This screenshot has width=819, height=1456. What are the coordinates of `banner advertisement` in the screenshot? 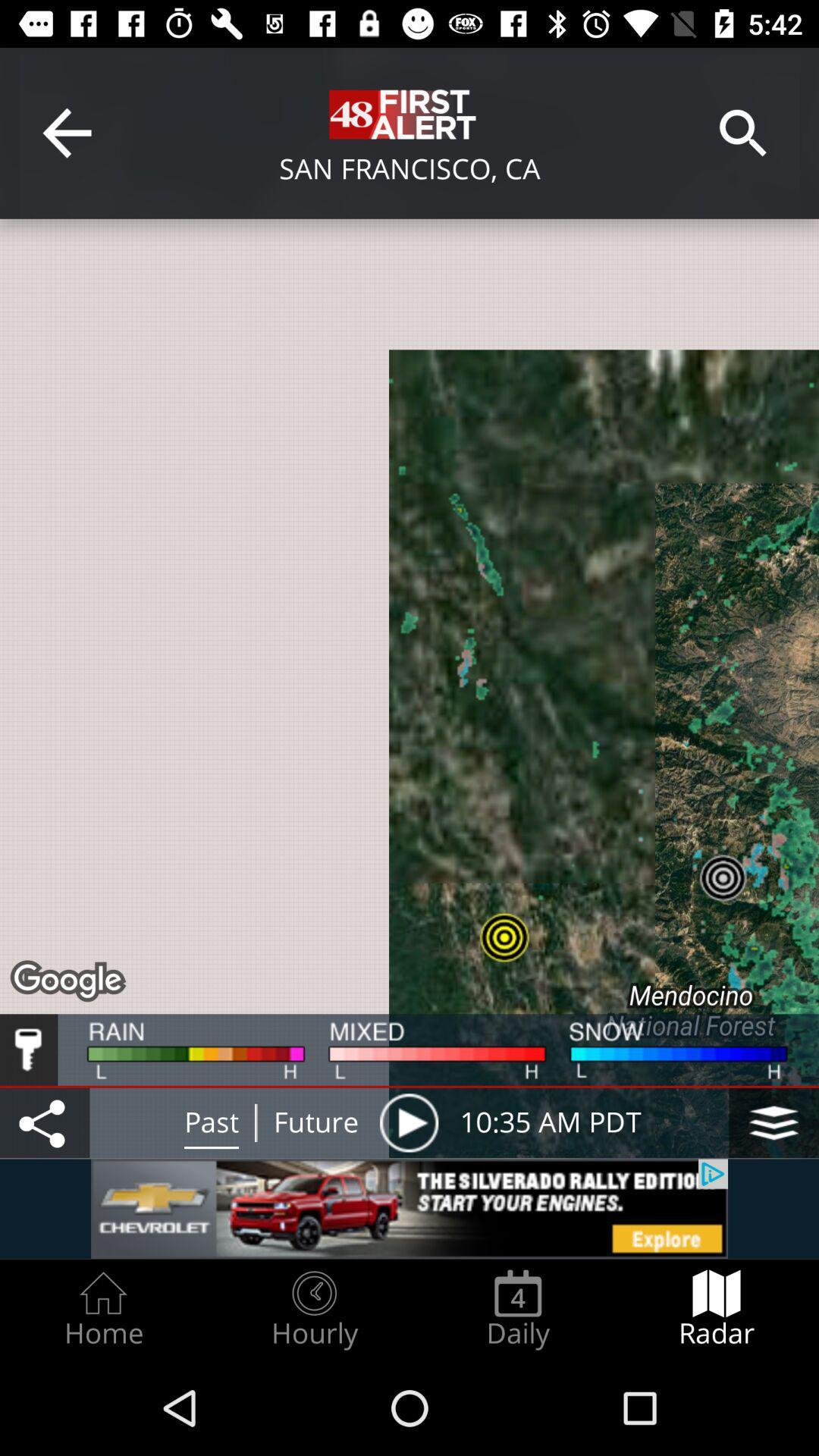 It's located at (409, 1208).